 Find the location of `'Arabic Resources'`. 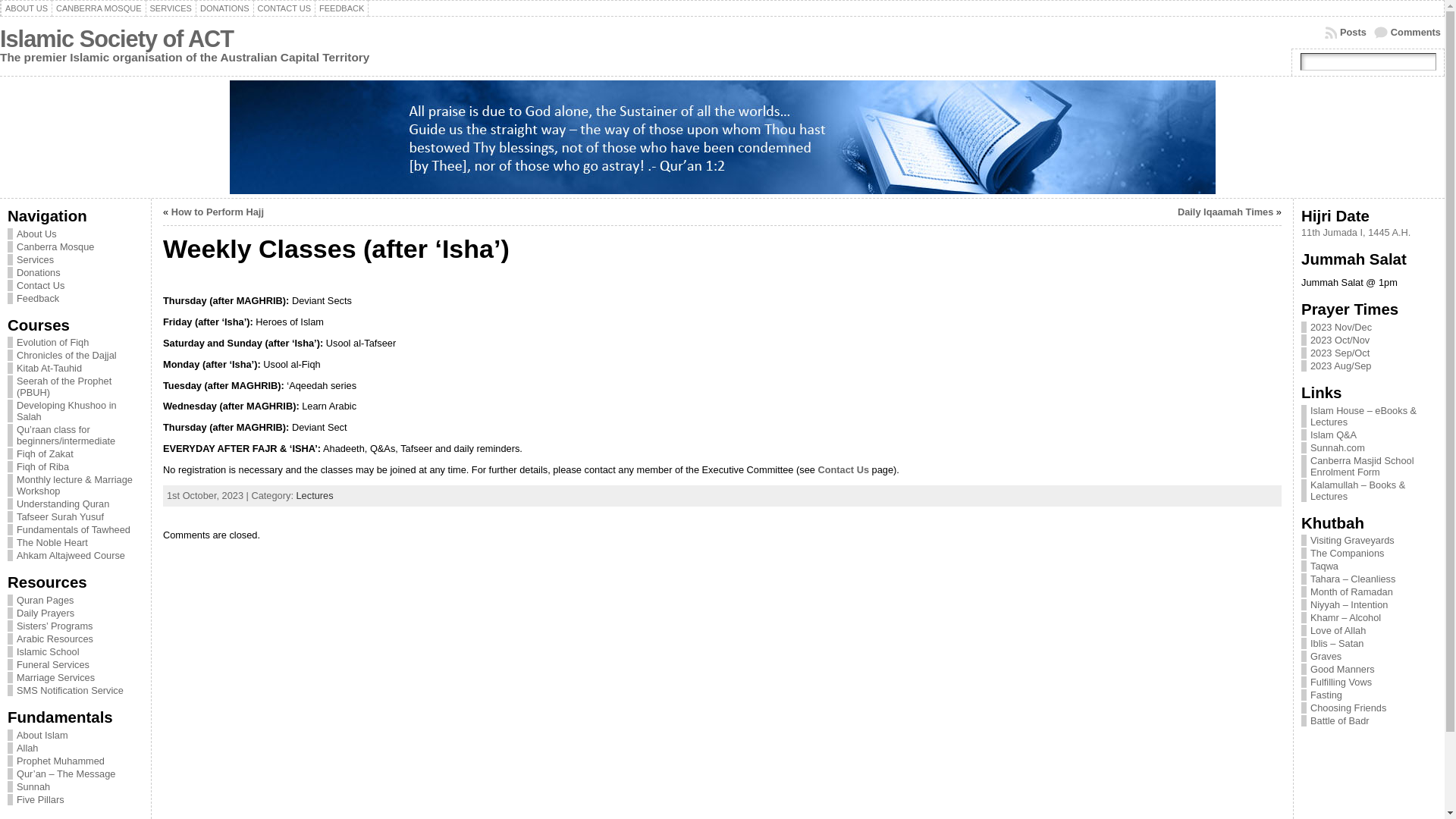

'Arabic Resources' is located at coordinates (7, 639).